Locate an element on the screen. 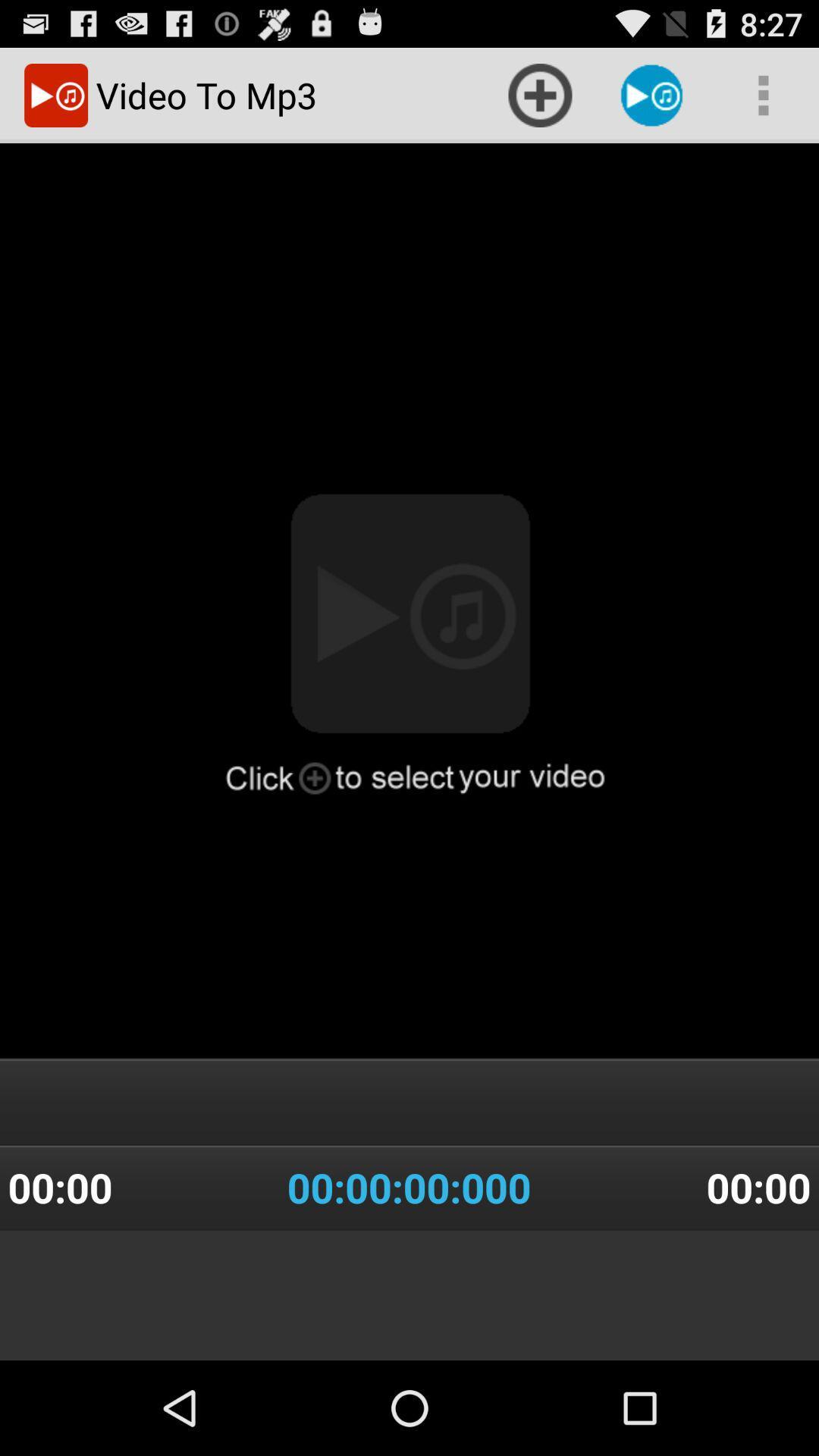 The width and height of the screenshot is (819, 1456). the item above the 00 00 00 item is located at coordinates (408, 686).